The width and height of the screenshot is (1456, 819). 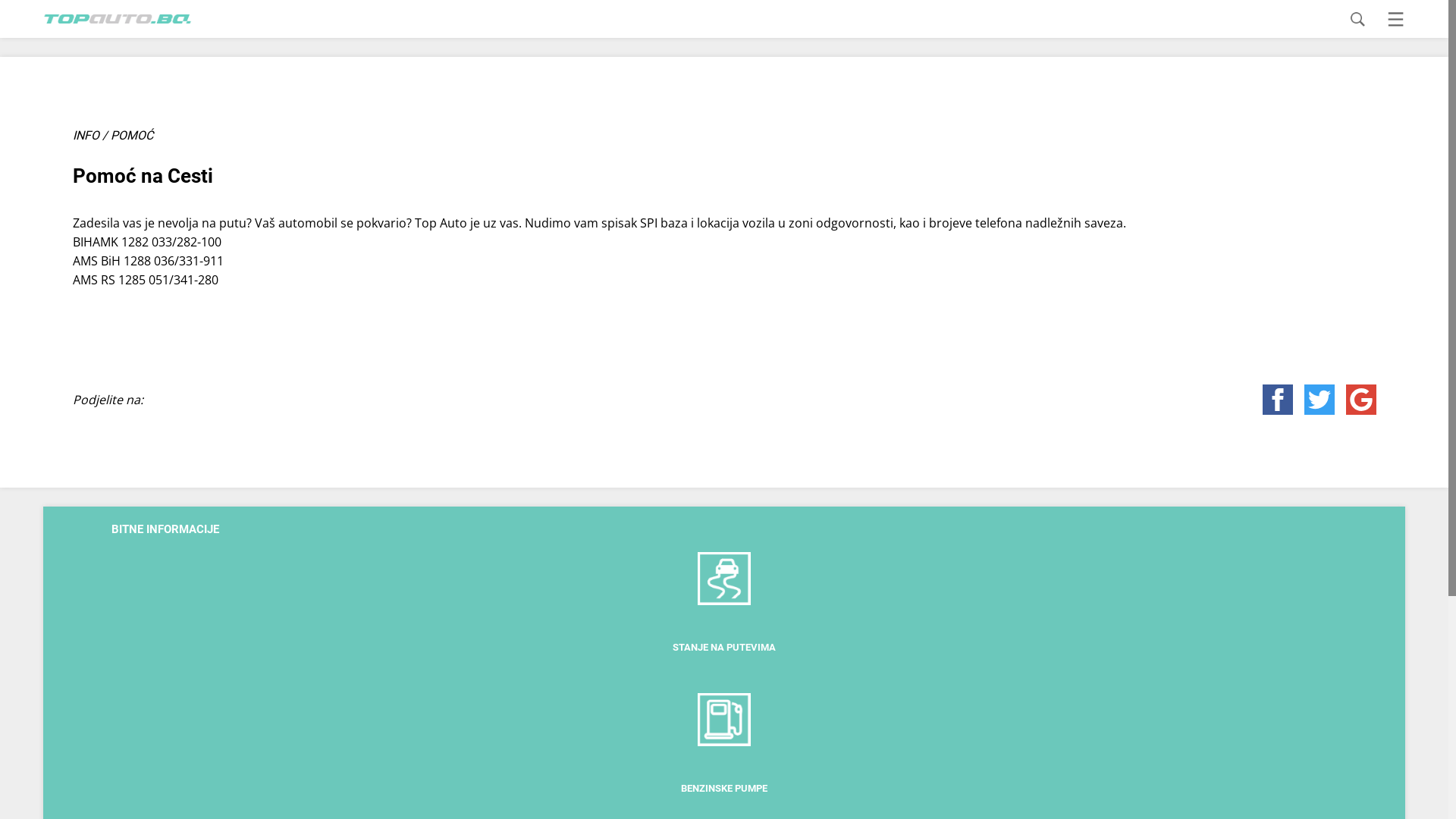 What do you see at coordinates (165, 528) in the screenshot?
I see `'BITNE INFORMACIJE'` at bounding box center [165, 528].